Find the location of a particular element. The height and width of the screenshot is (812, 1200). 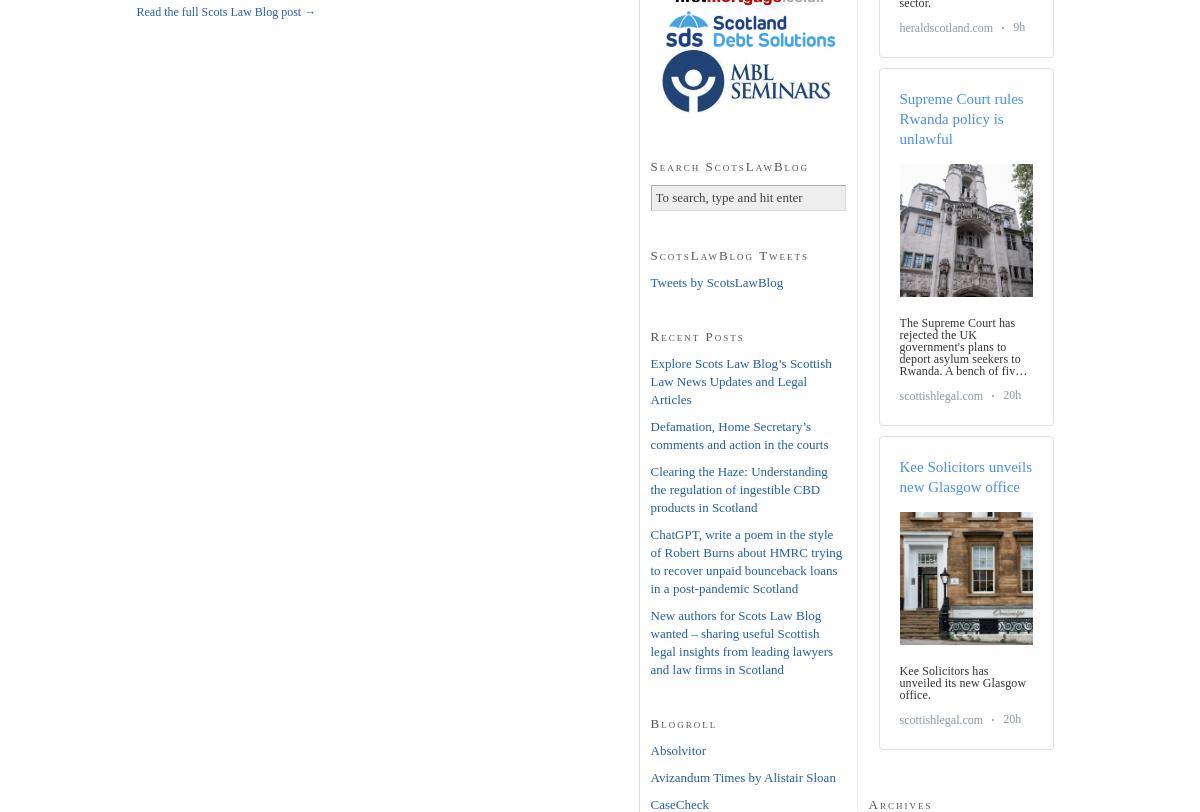

'Read the full Scots Law Blog post →' is located at coordinates (224, 12).